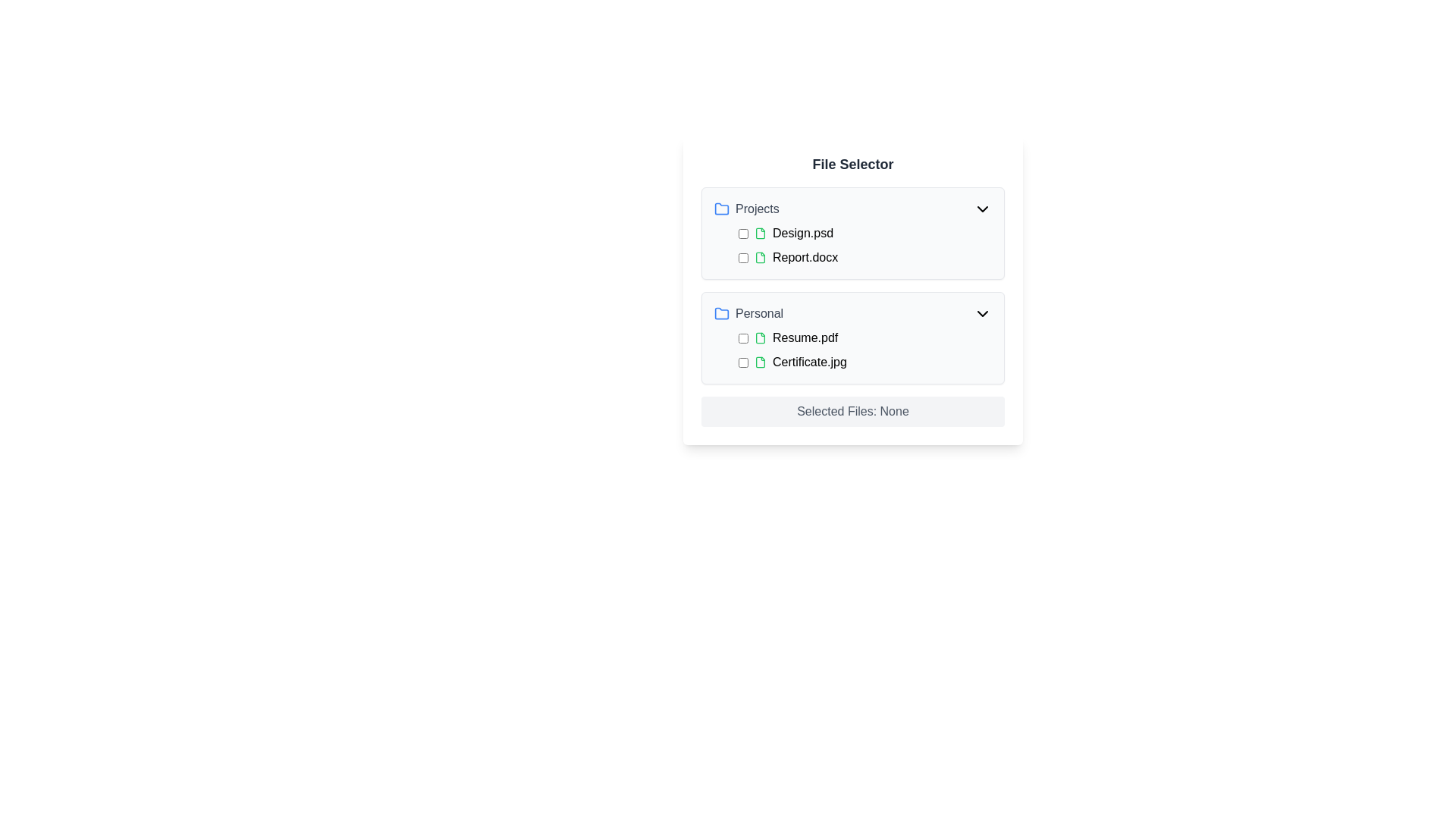 This screenshot has height=819, width=1456. Describe the element at coordinates (743, 337) in the screenshot. I see `the checkbox located to the left of the text 'Resume.pdf' in the 'File Selector' interface` at that location.